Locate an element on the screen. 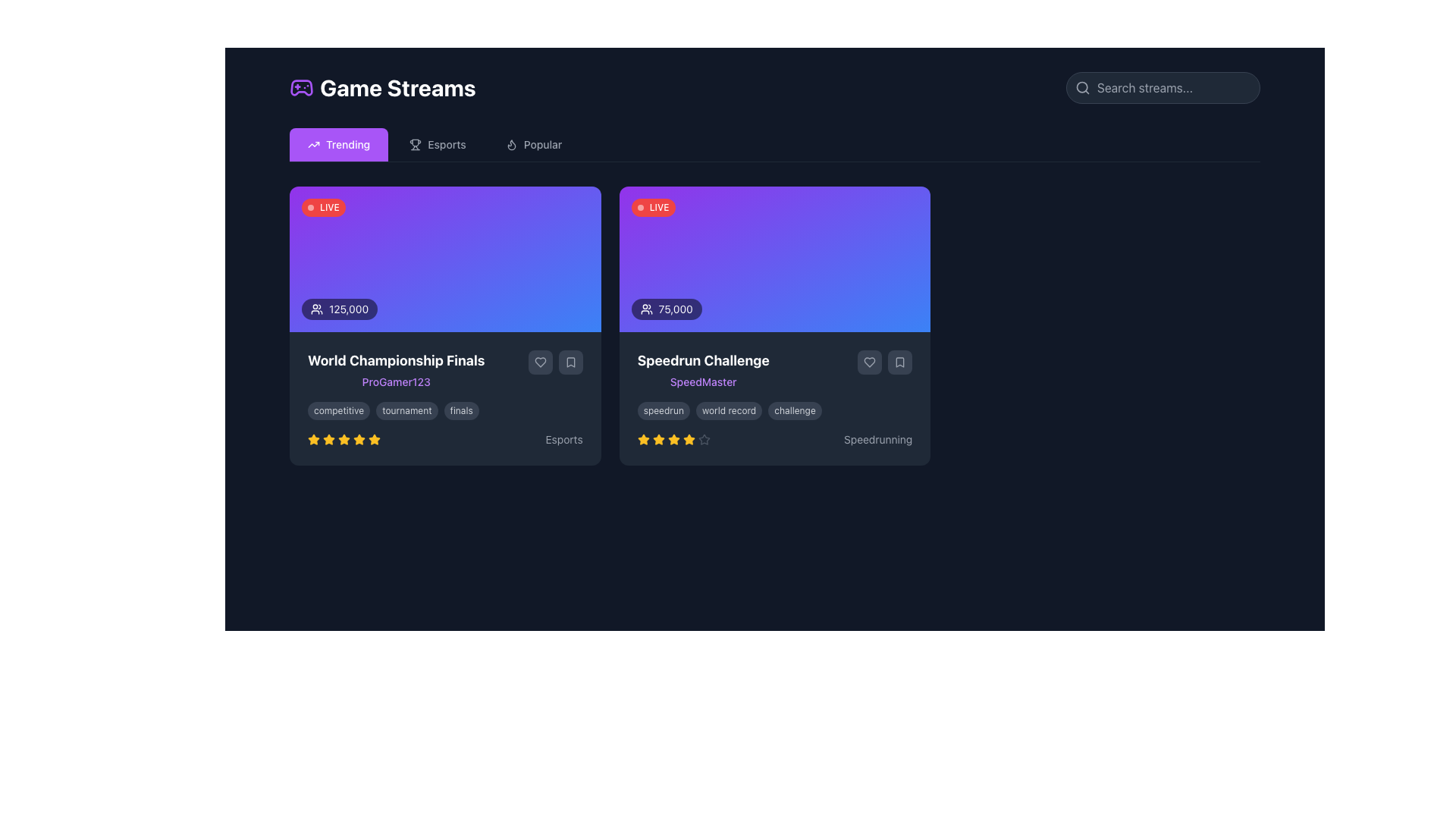  the search bar icon represented by the circular lens of the magnifying glass located on the far right side of the header, just before the text input field is located at coordinates (1081, 87).